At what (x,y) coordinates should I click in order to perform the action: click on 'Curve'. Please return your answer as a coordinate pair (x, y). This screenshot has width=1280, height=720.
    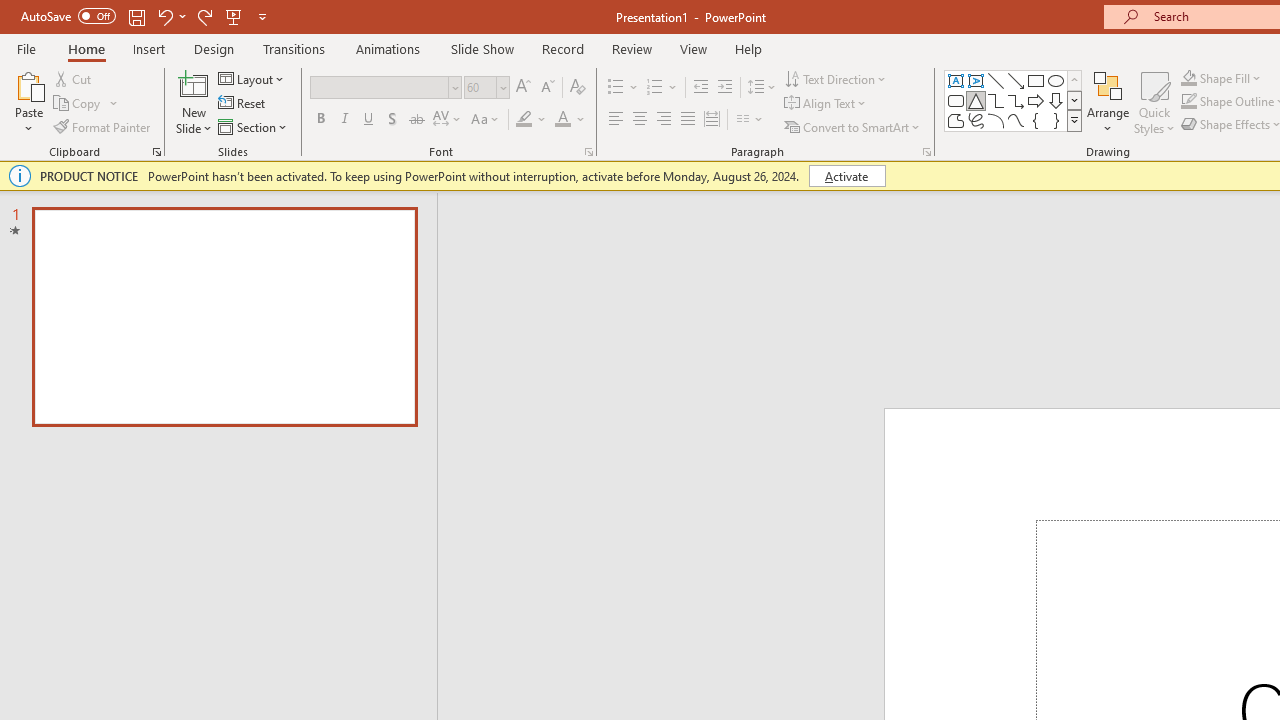
    Looking at the image, I should click on (1016, 120).